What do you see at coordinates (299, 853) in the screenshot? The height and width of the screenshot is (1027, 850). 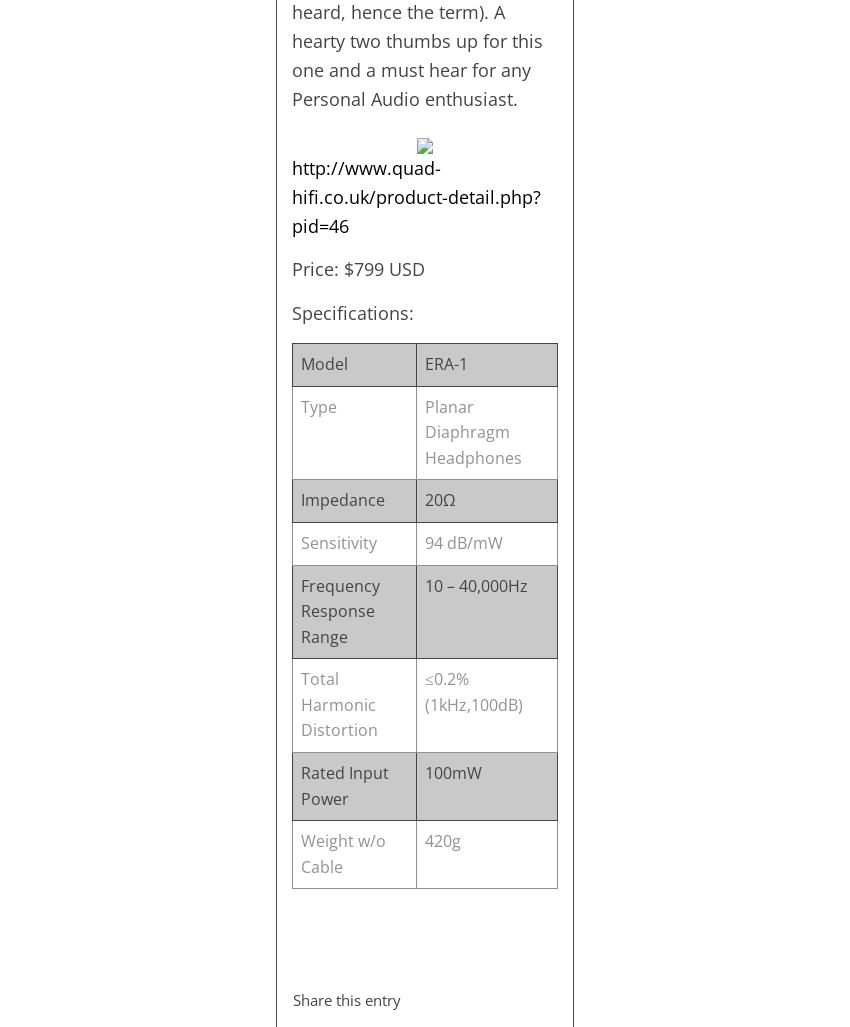 I see `'Weight w/o Cable'` at bounding box center [299, 853].